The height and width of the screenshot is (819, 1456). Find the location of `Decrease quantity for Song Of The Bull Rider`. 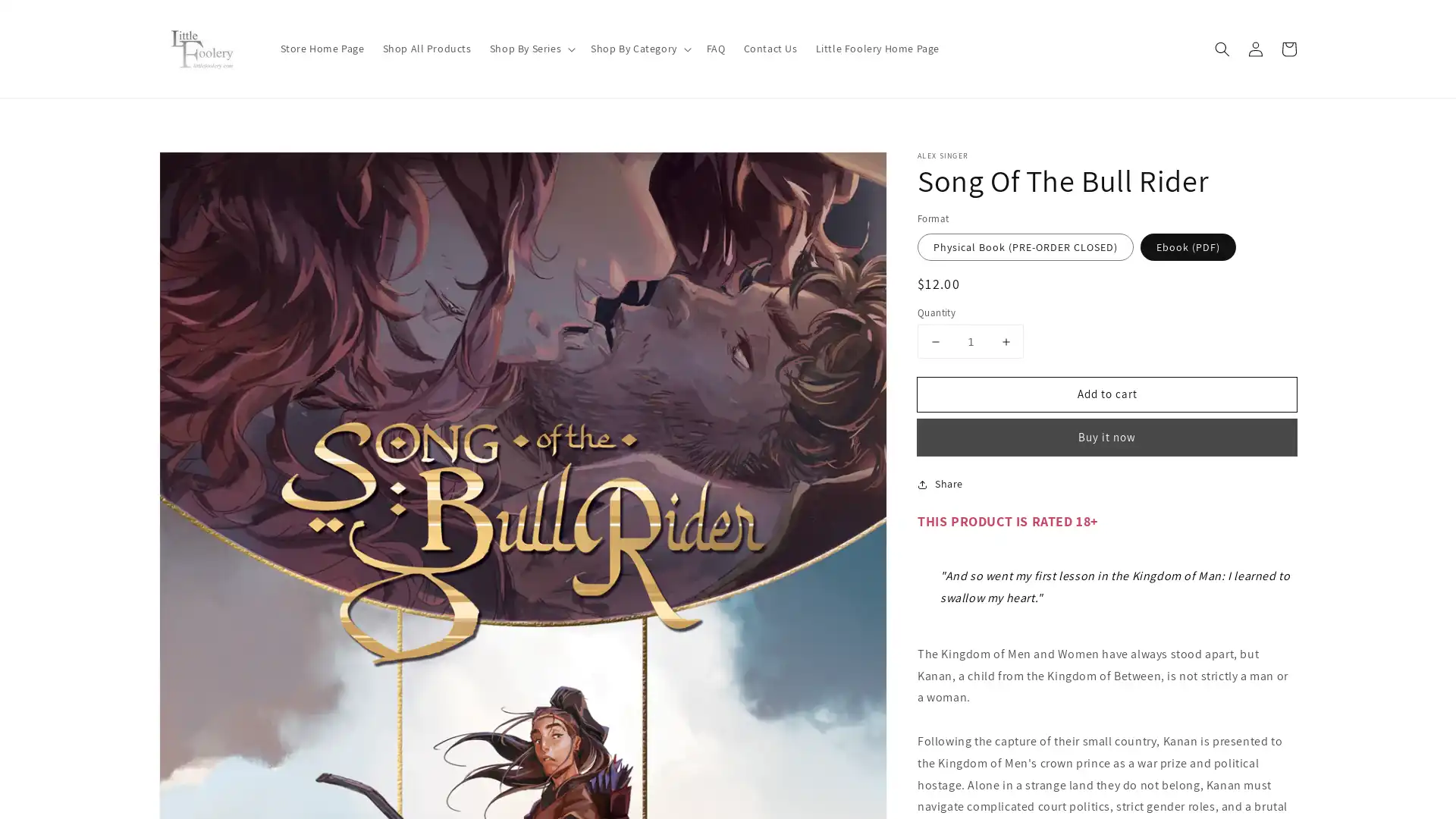

Decrease quantity for Song Of The Bull Rider is located at coordinates (934, 341).